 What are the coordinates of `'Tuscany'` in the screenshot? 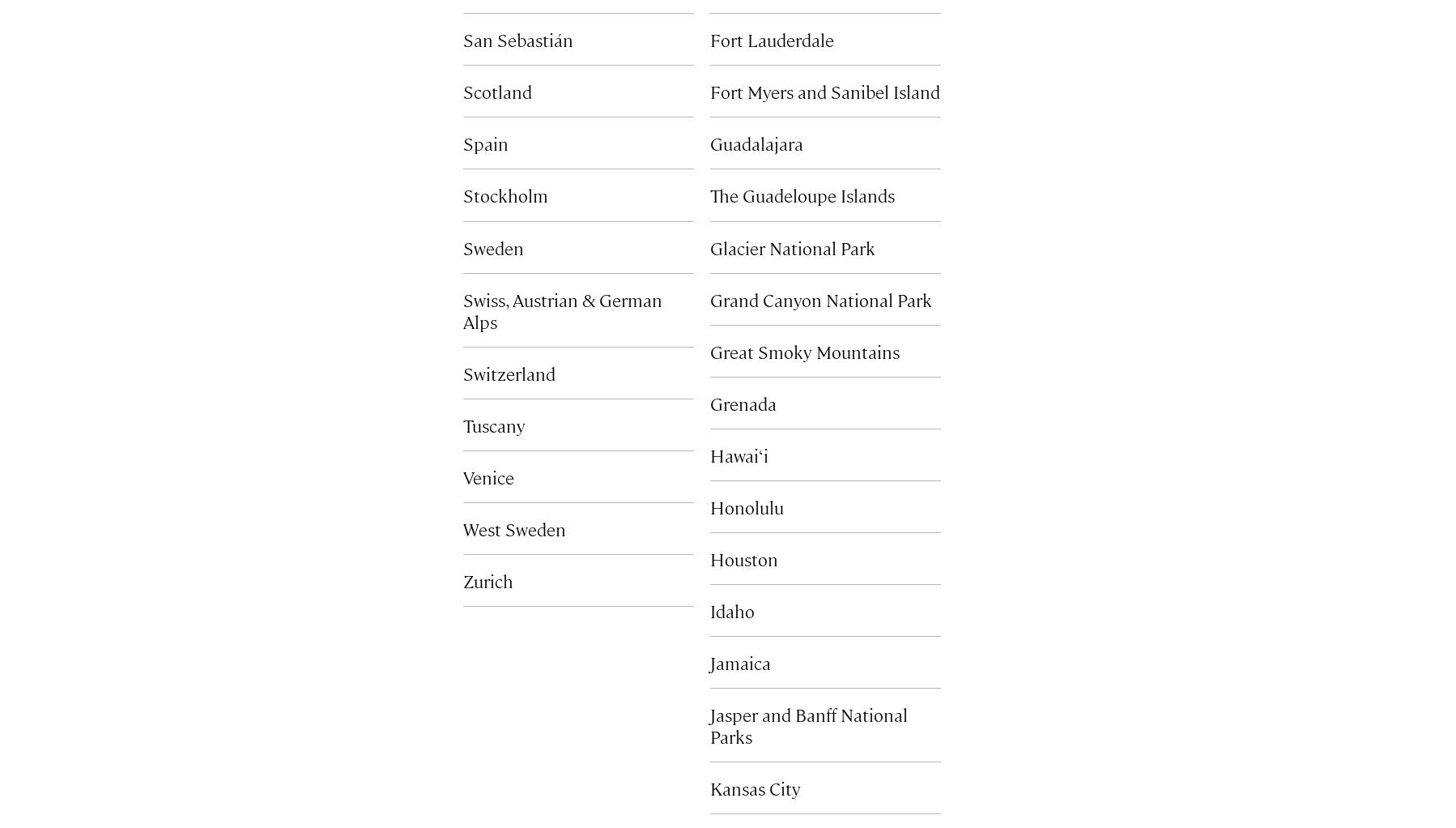 It's located at (493, 423).